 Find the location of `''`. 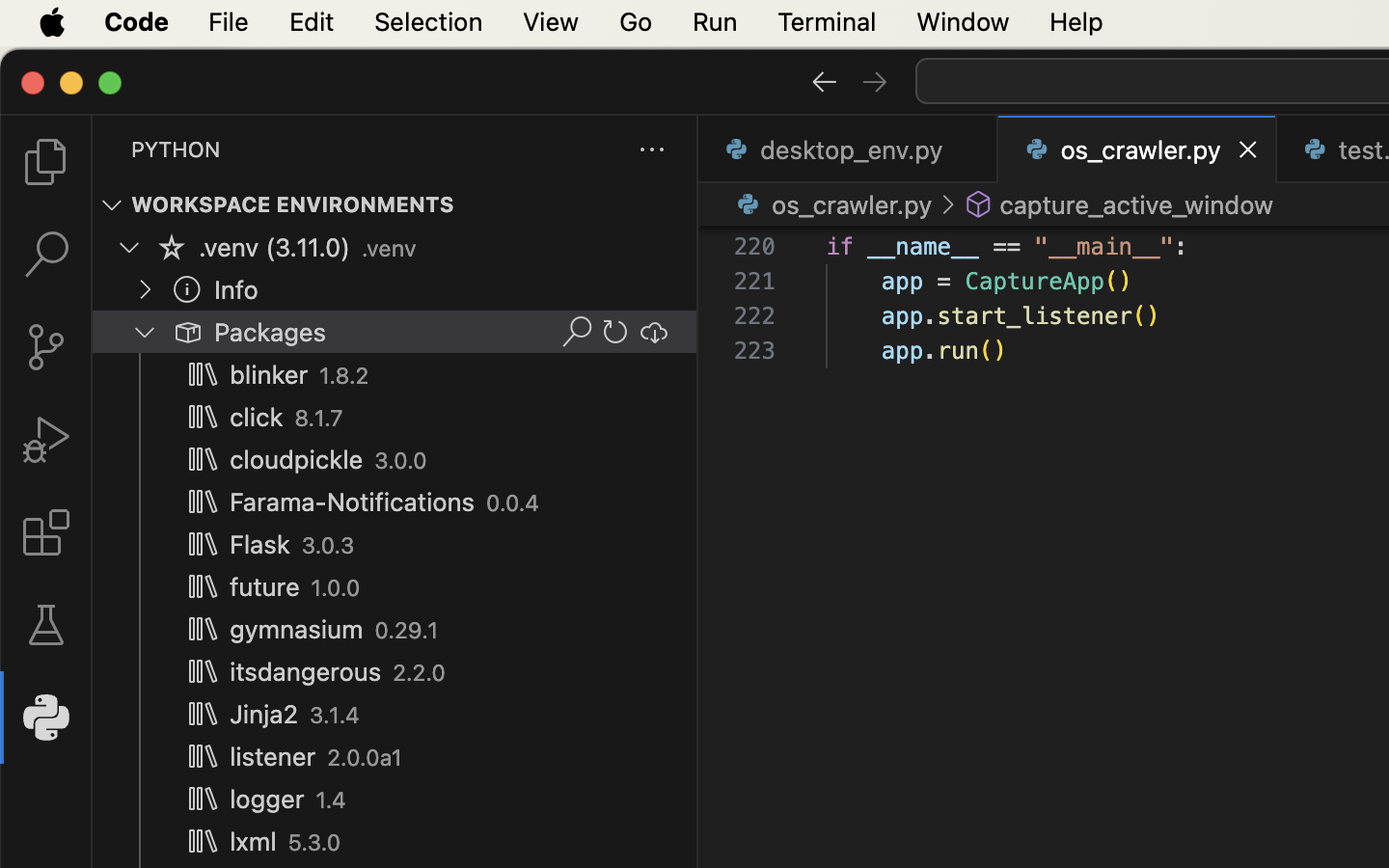

'' is located at coordinates (186, 287).